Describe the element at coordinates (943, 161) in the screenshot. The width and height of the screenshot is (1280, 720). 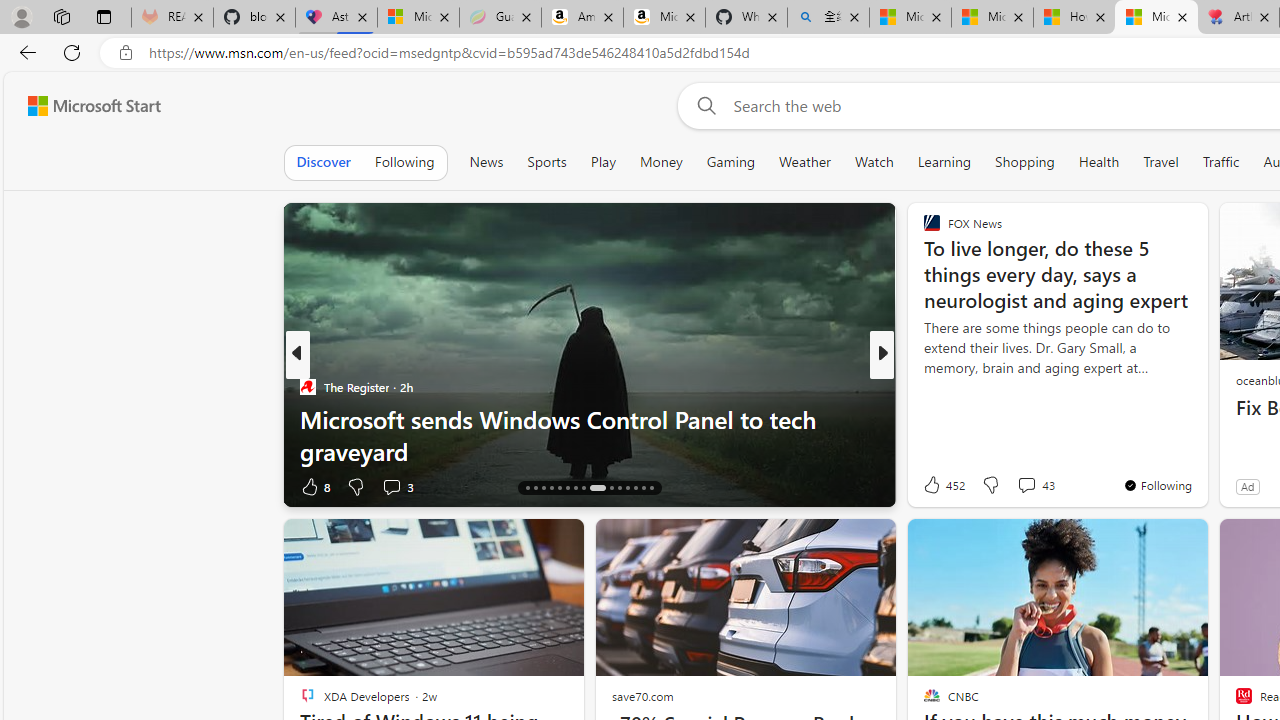
I see `'Learning'` at that location.